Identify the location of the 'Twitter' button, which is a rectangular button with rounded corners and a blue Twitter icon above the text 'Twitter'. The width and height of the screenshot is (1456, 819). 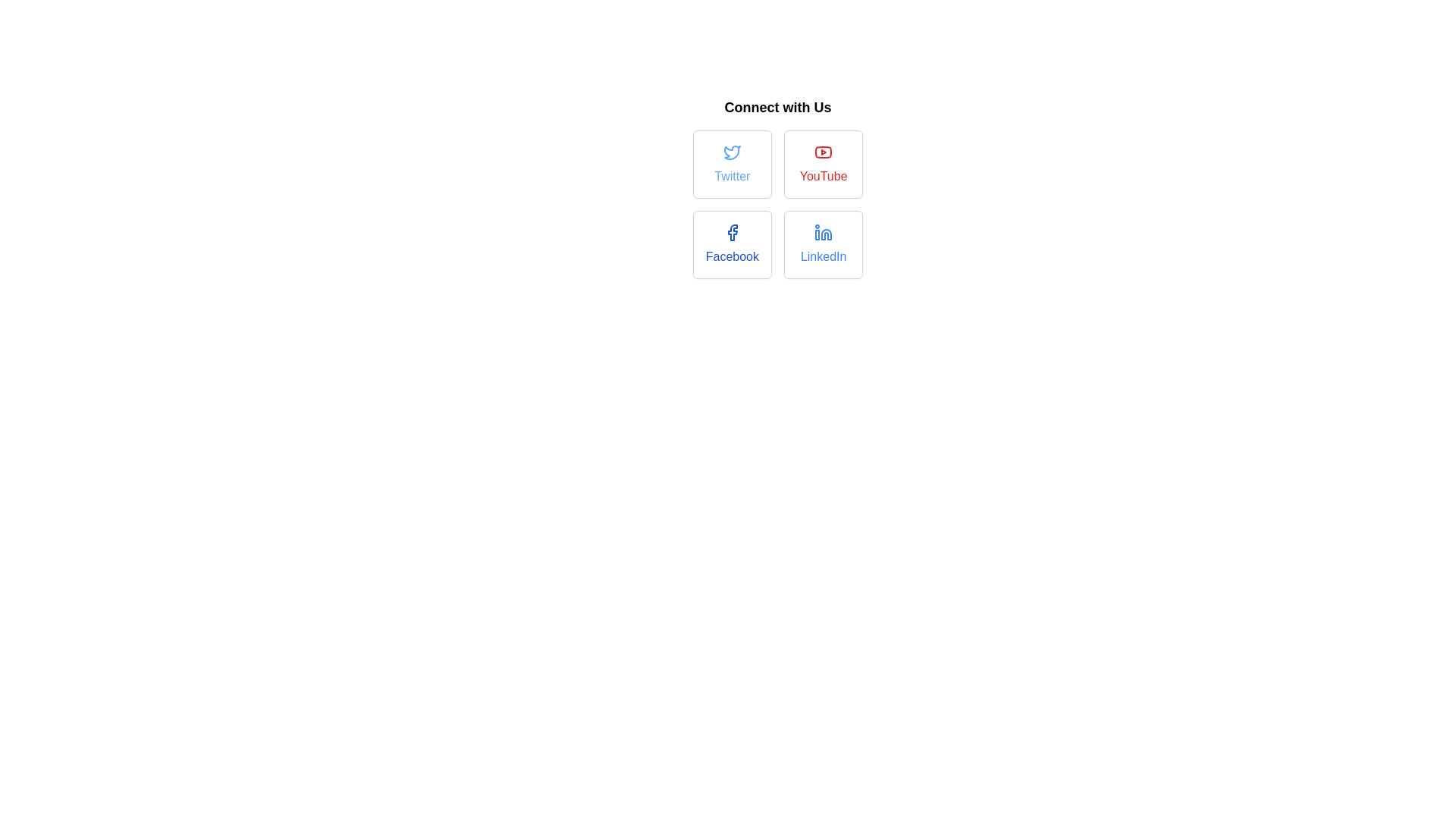
(732, 164).